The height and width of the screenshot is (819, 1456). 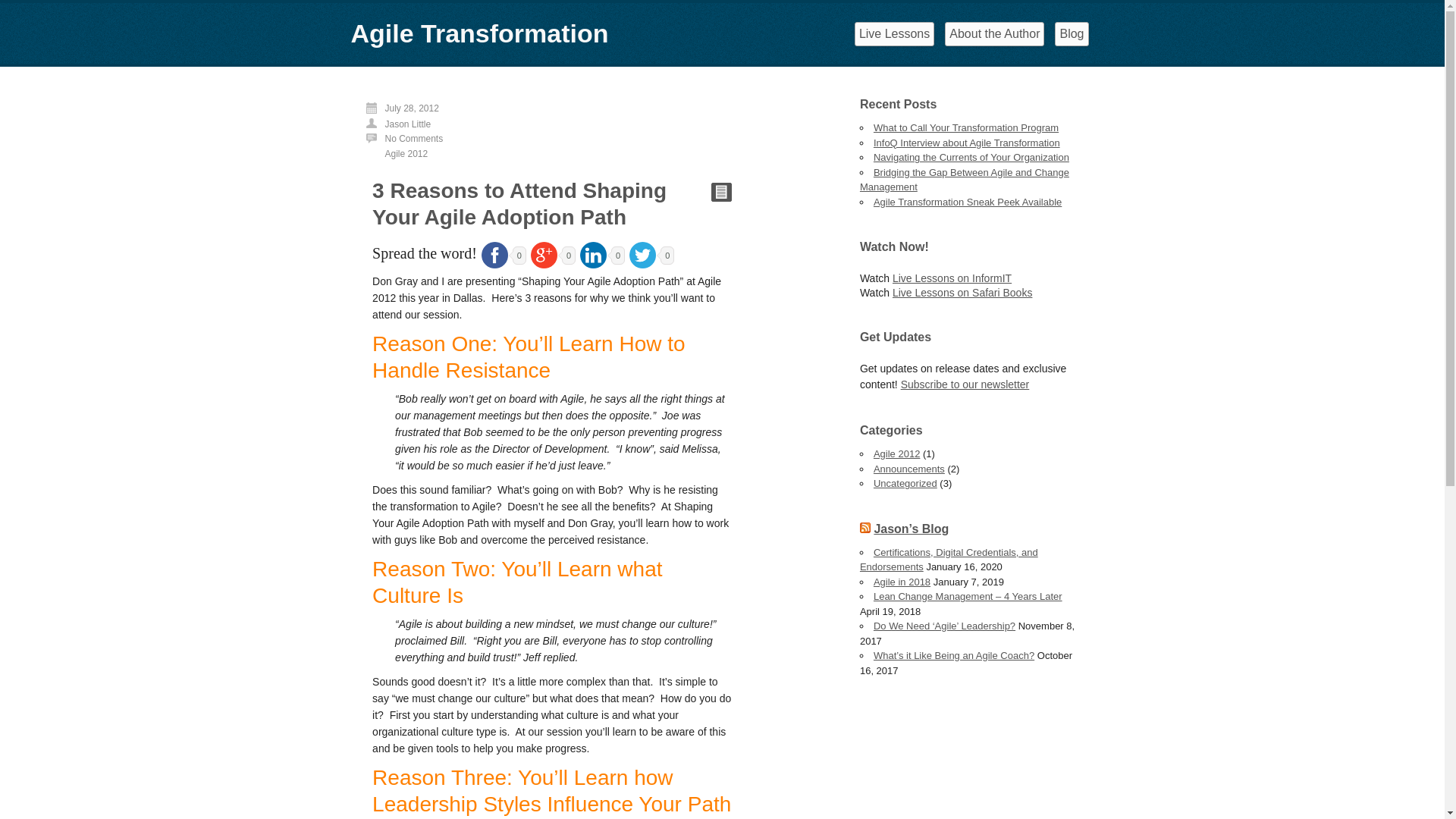 What do you see at coordinates (385, 124) in the screenshot?
I see `'Jason Little'` at bounding box center [385, 124].